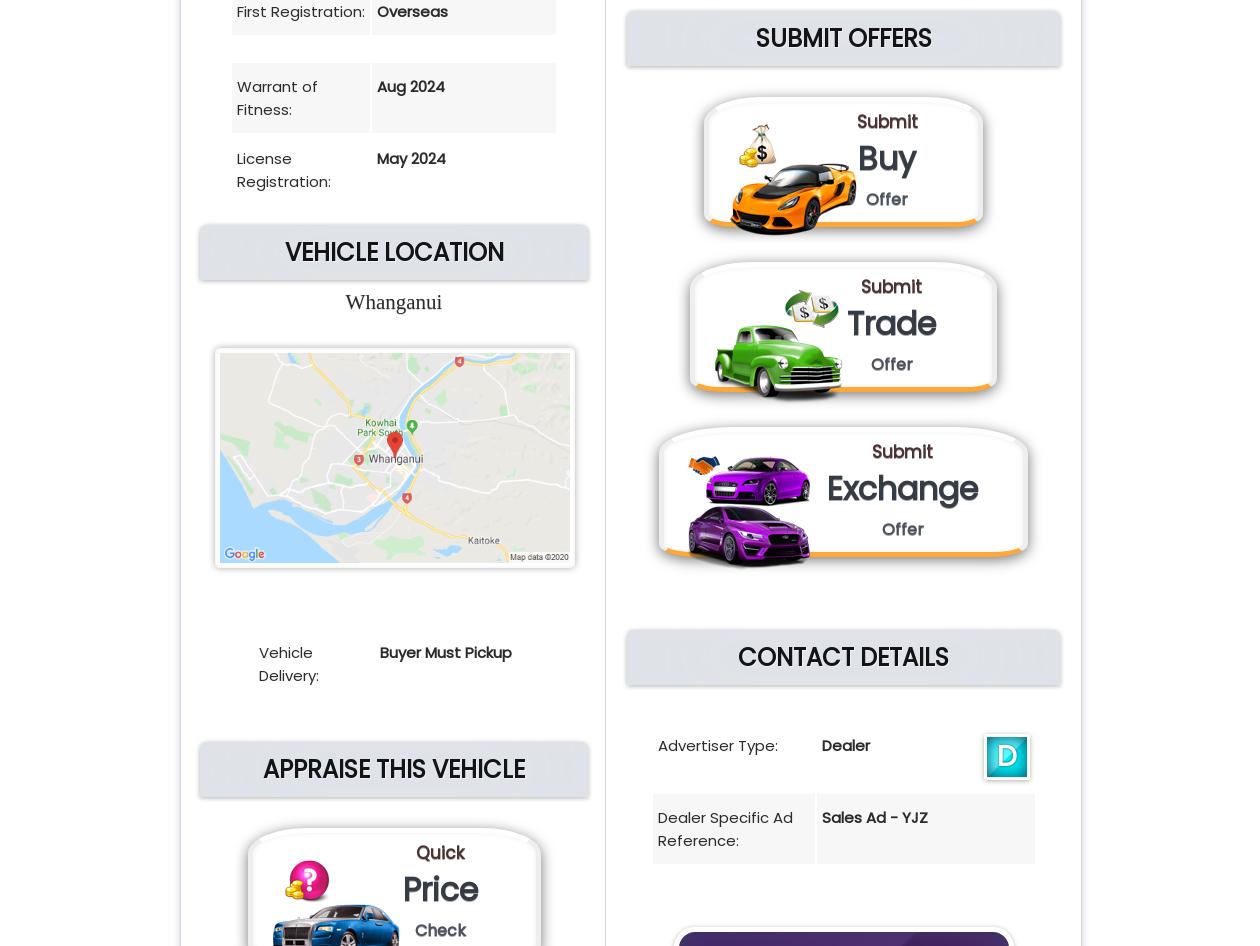 This screenshot has width=1260, height=946. Describe the element at coordinates (439, 888) in the screenshot. I see `'Price'` at that location.